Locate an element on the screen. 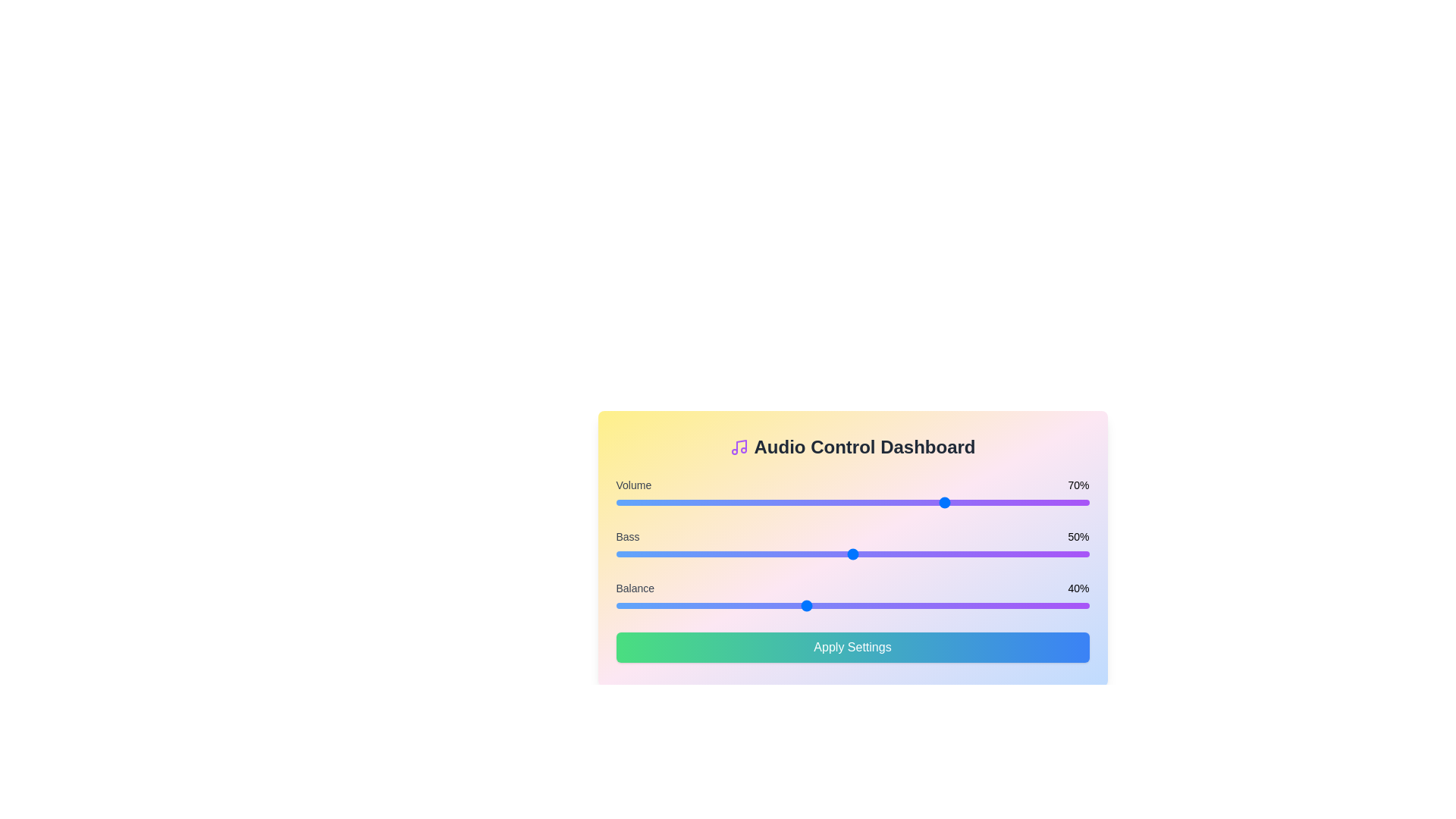  bass level is located at coordinates (644, 554).